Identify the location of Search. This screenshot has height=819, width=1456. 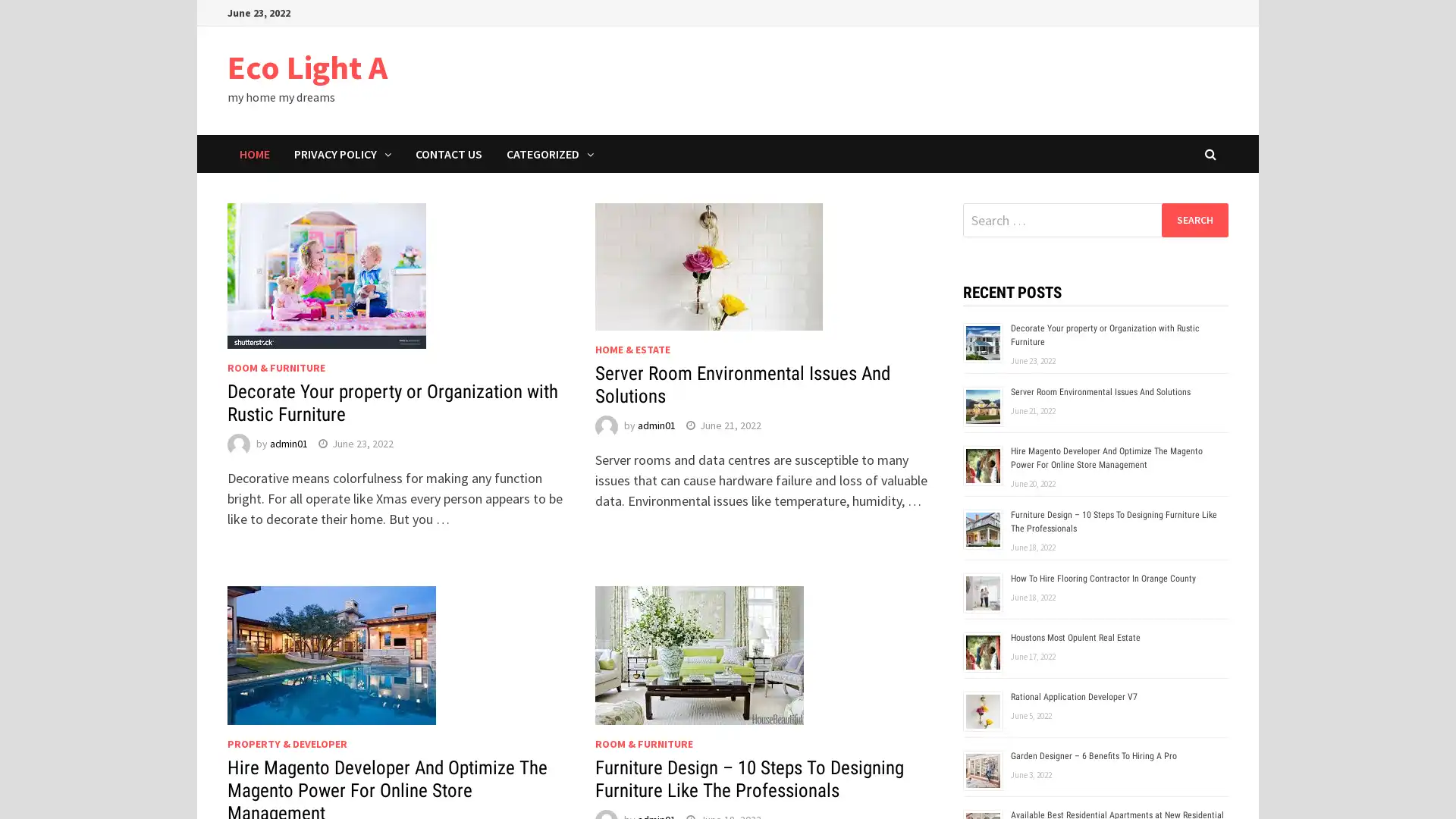
(1194, 219).